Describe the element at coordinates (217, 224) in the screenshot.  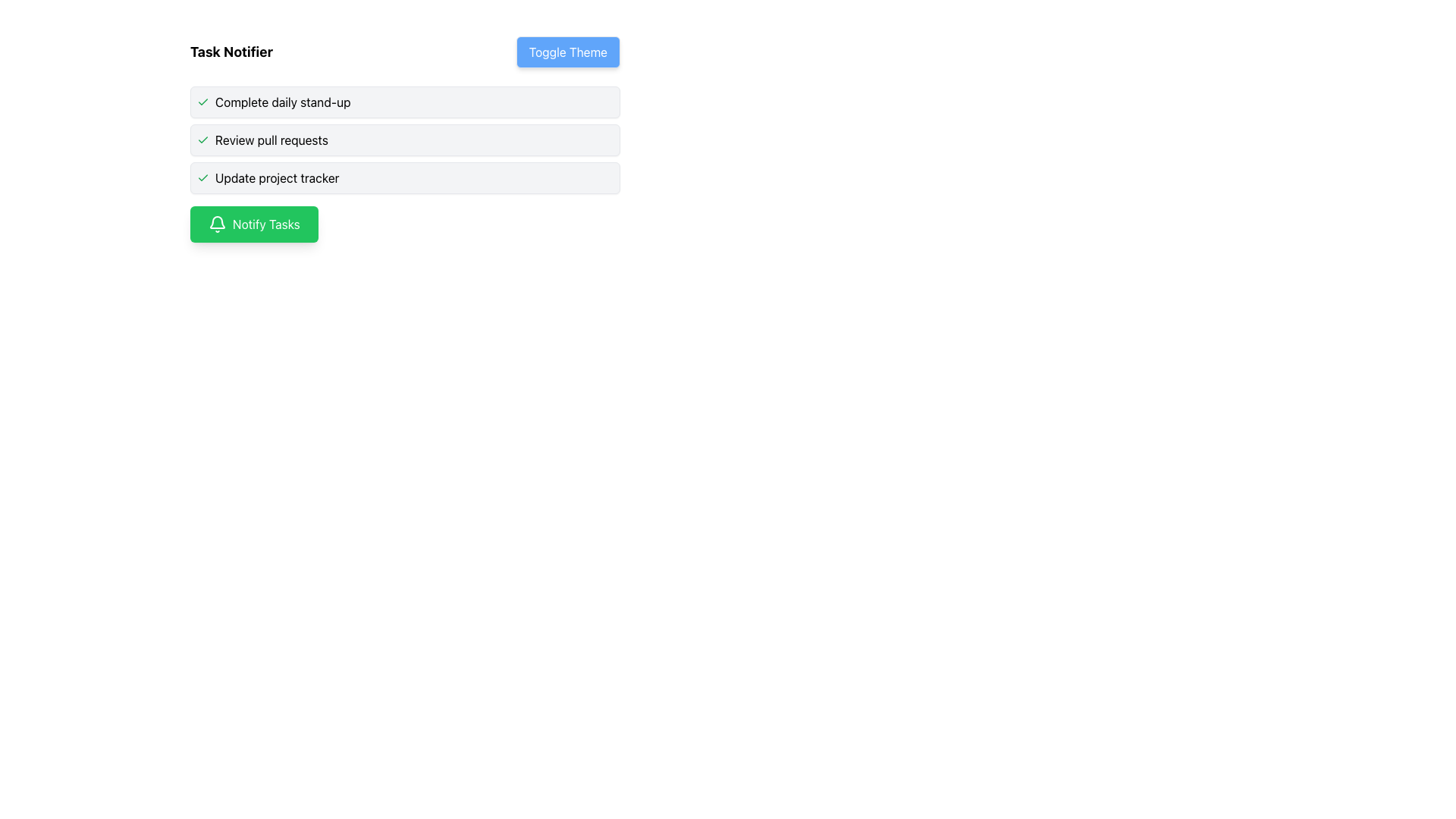
I see `the SVG bell icon located to the left of the 'Notify Tasks' button, which visually represents notifications or alerts` at that location.